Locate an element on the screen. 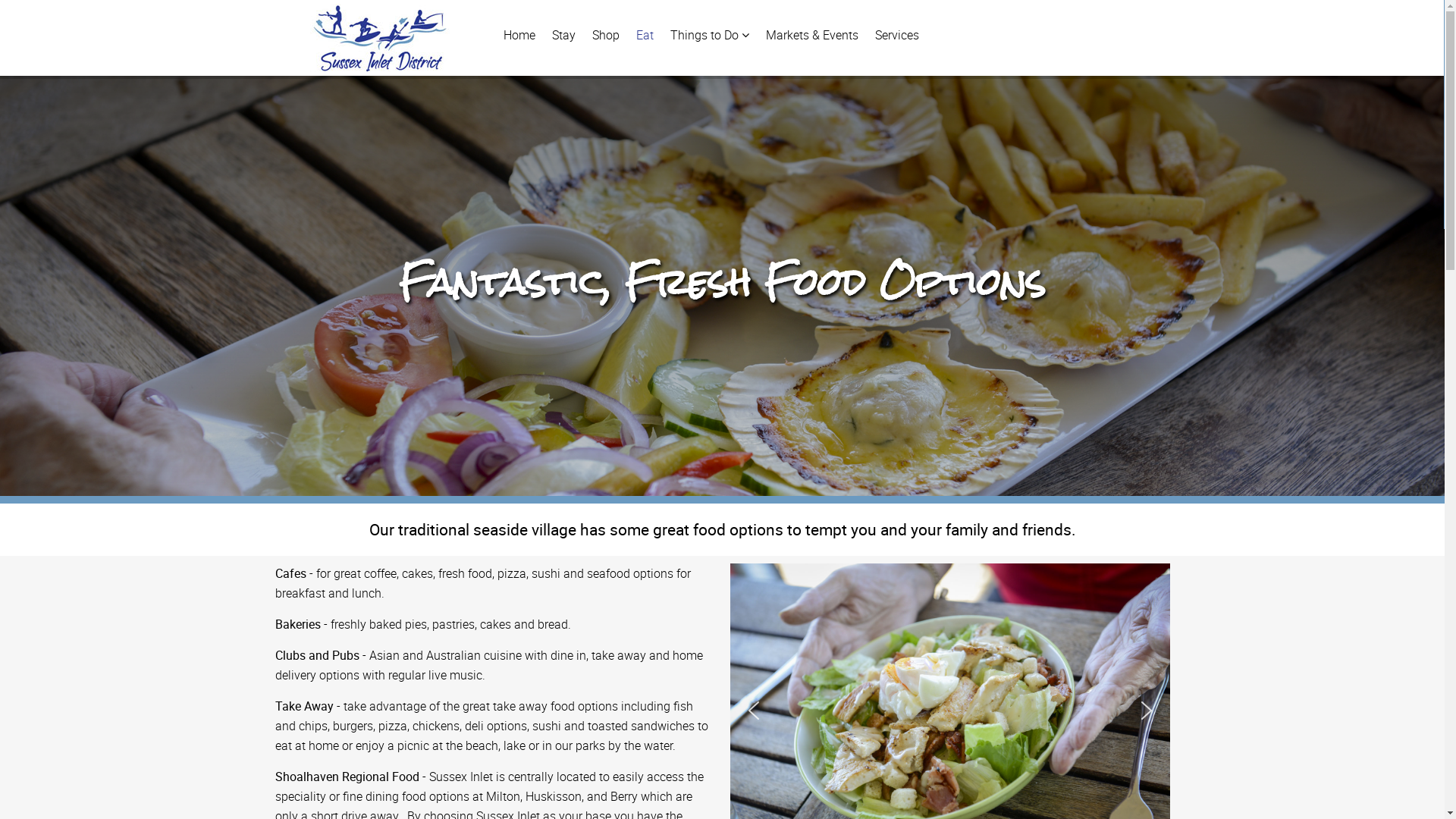 The image size is (1456, 819). 'Services' is located at coordinates (896, 34).